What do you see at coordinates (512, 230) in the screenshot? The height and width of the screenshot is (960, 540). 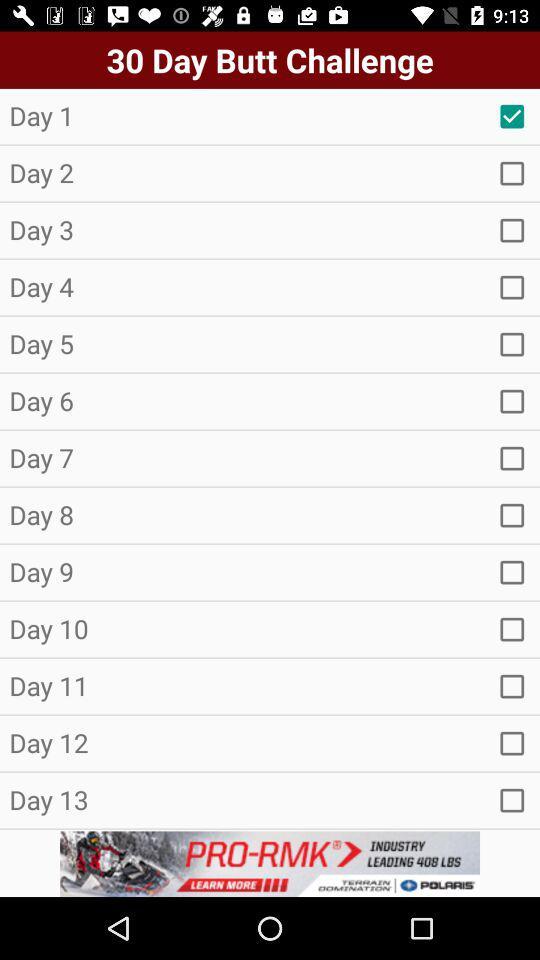 I see `item` at bounding box center [512, 230].